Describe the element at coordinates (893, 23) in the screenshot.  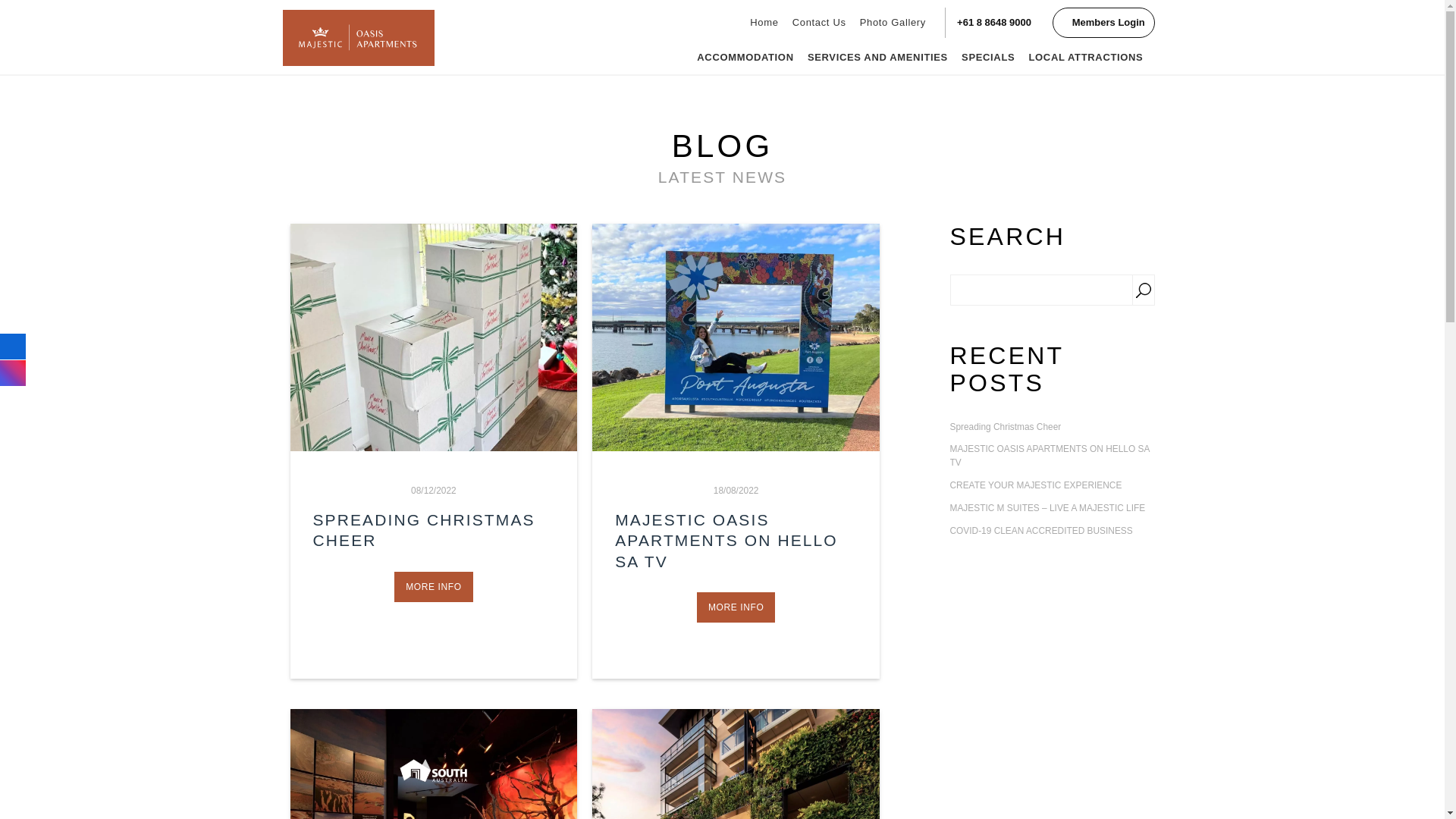
I see `'Photo Gallery'` at that location.